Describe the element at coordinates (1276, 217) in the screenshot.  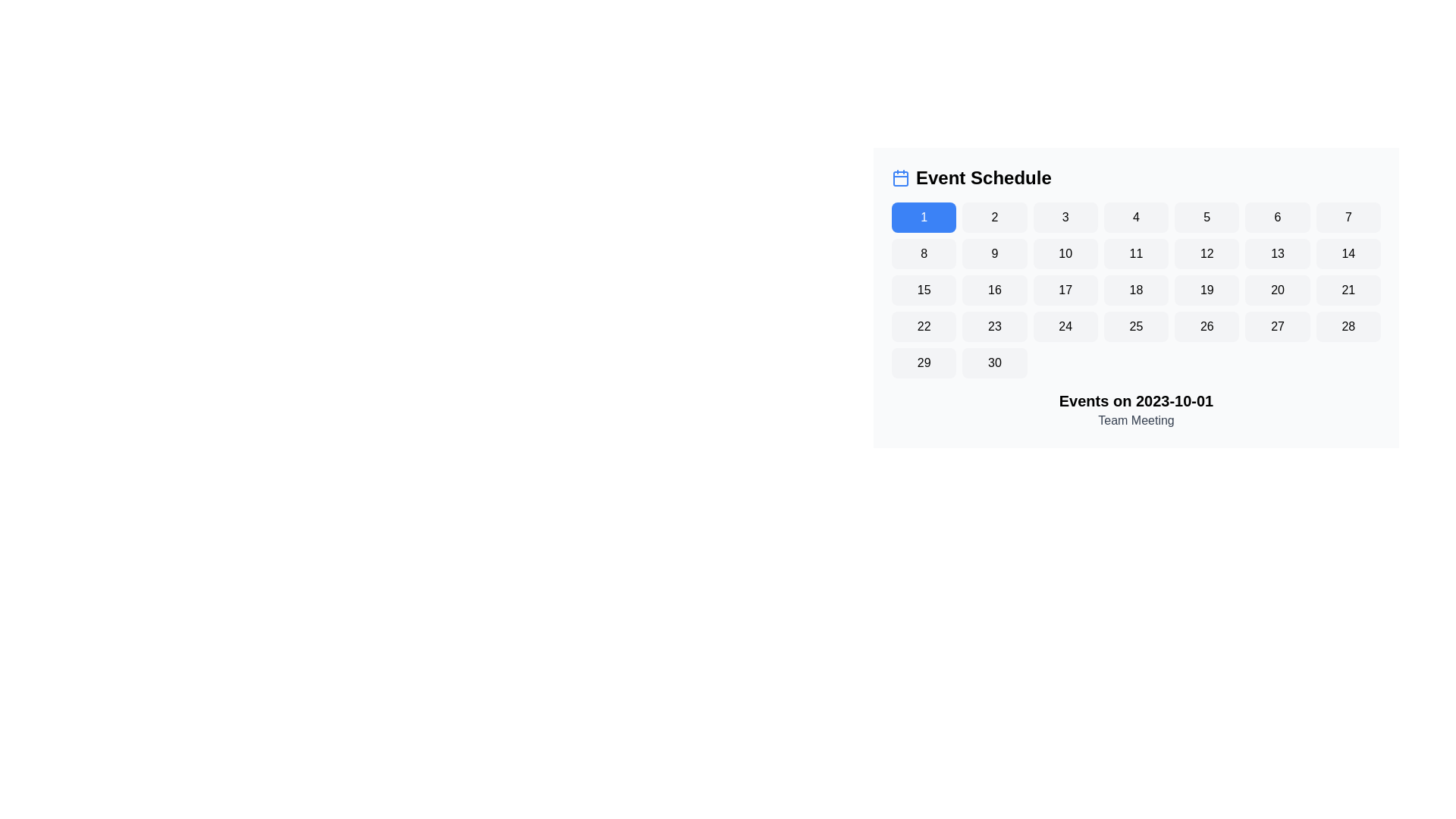
I see `the calendar button representing the sixth day` at that location.